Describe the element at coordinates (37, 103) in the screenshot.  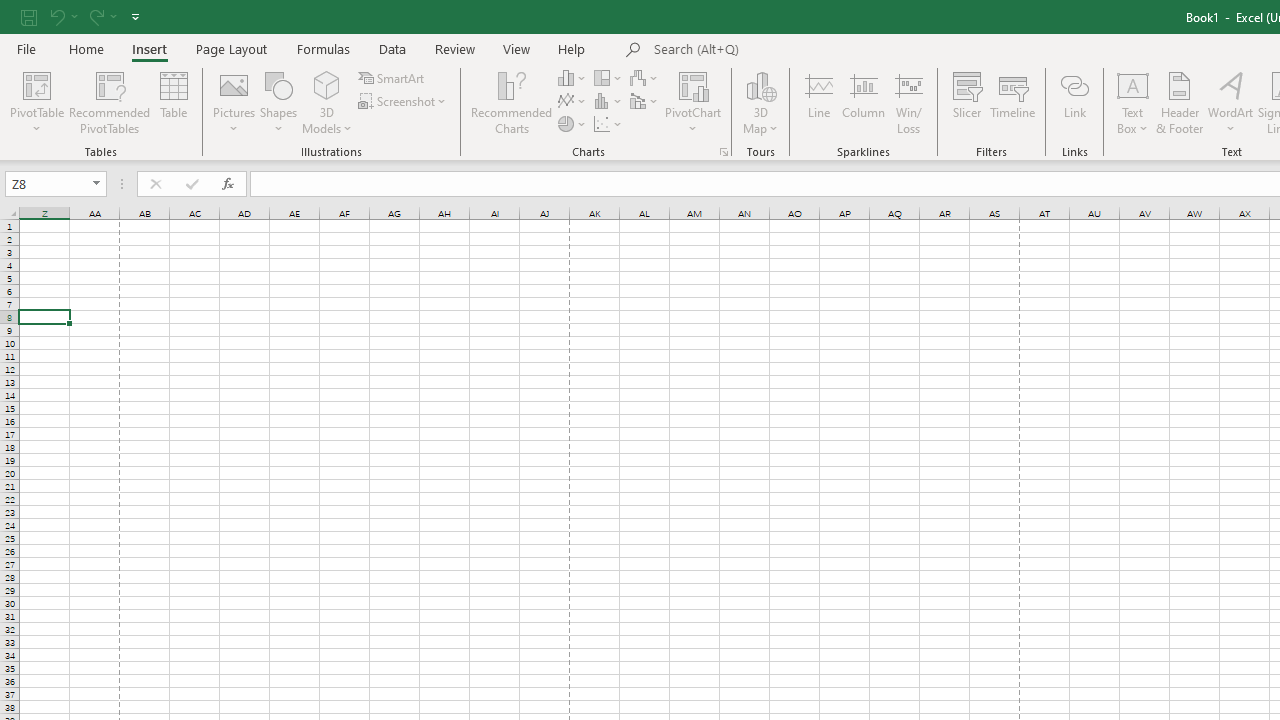
I see `'PivotTable'` at that location.